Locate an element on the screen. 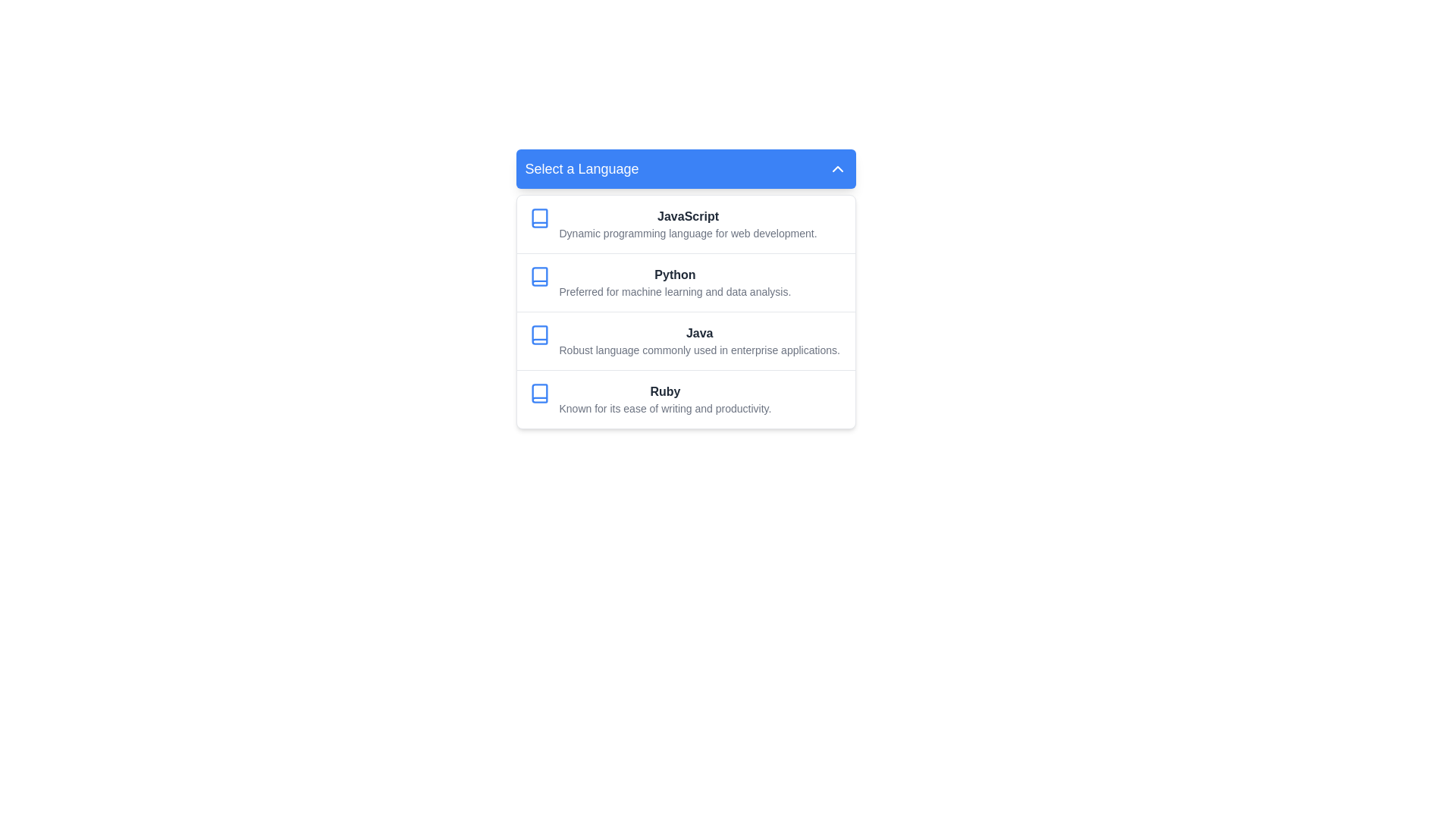 This screenshot has height=819, width=1456. the Ruby programming language icon is located at coordinates (539, 393).